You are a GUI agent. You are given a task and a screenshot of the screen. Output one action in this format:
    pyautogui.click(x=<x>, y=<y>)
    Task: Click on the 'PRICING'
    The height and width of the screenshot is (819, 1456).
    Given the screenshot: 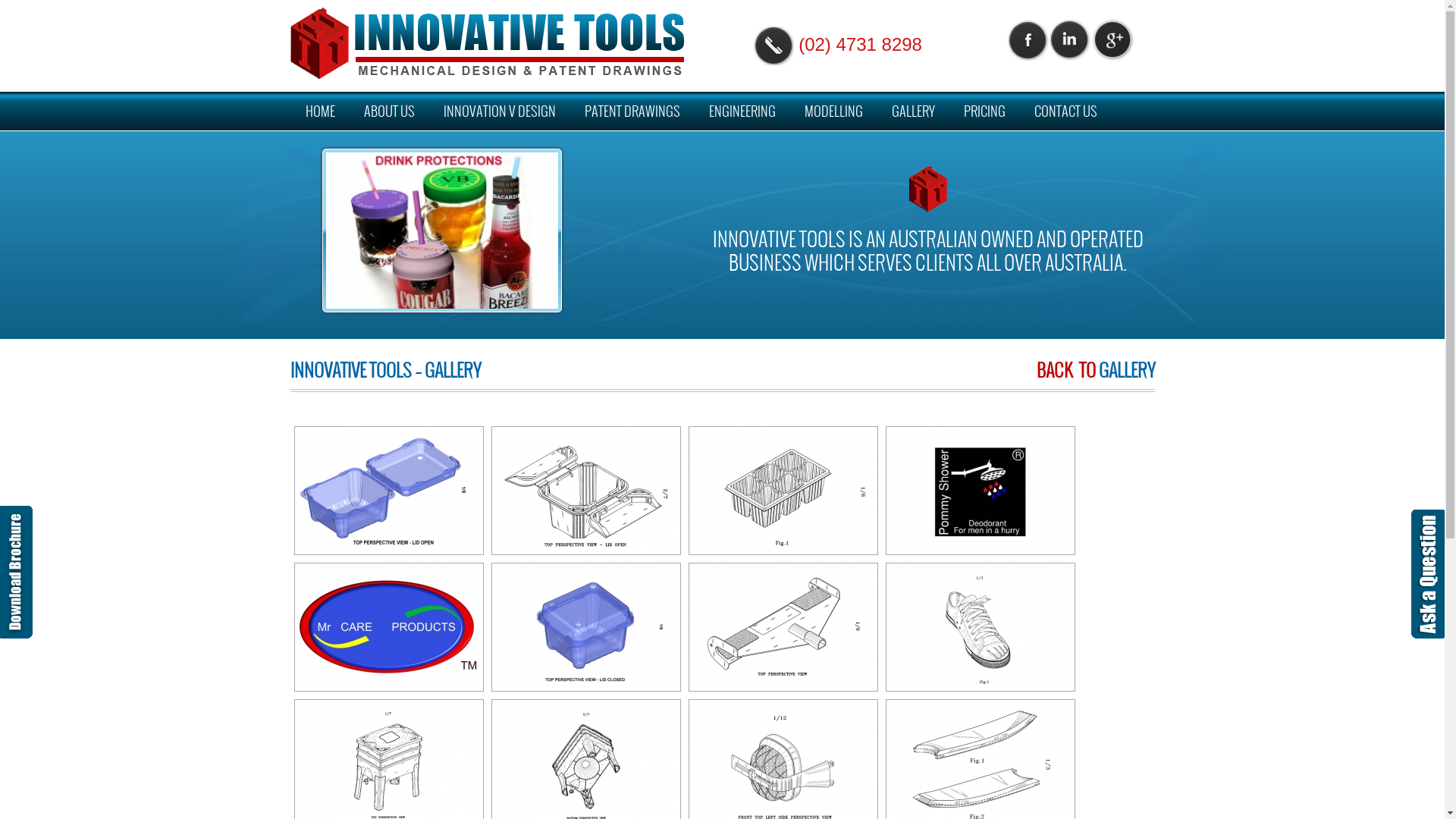 What is the action you would take?
    pyautogui.click(x=984, y=110)
    